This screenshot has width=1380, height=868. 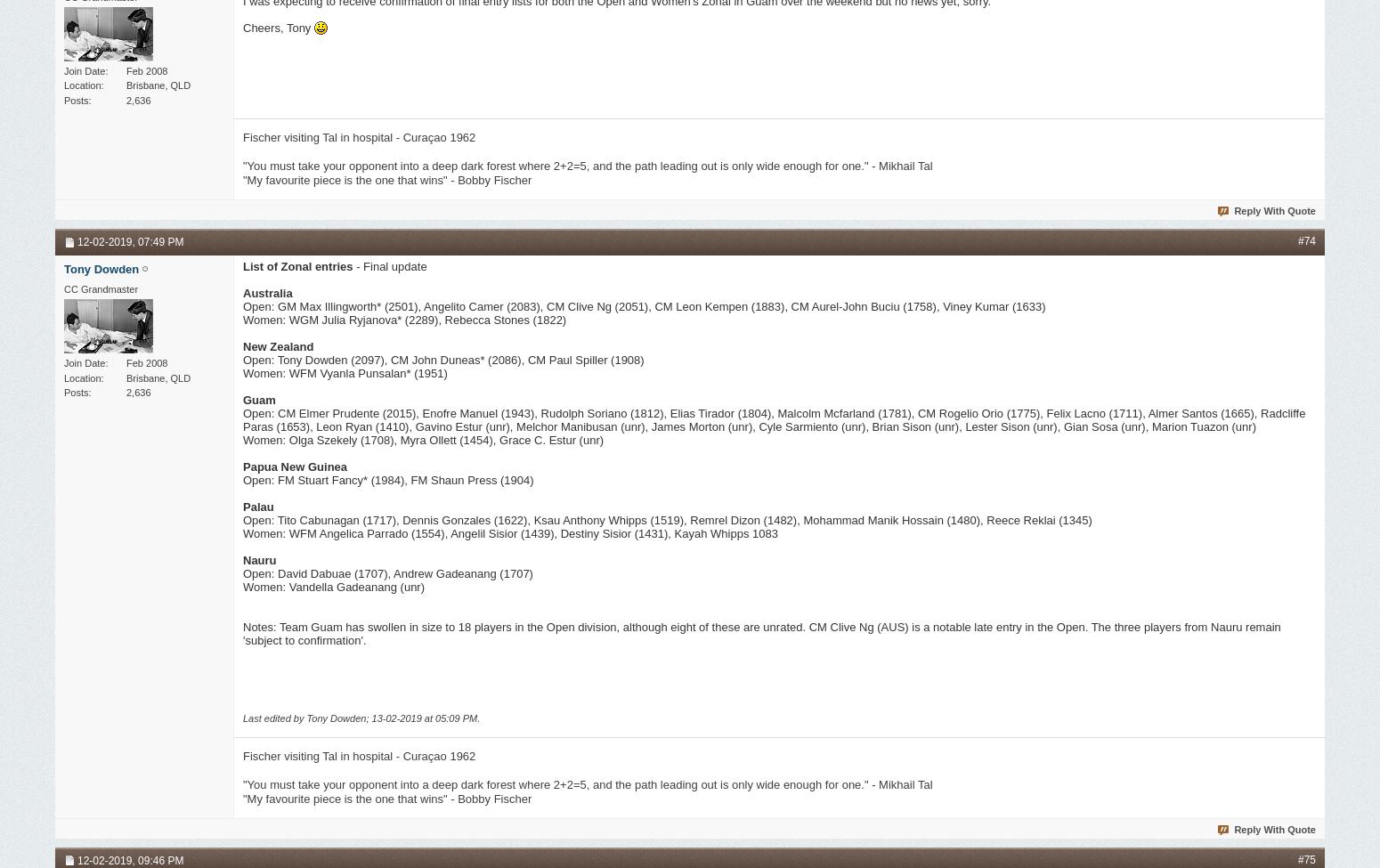 What do you see at coordinates (258, 506) in the screenshot?
I see `'Palau'` at bounding box center [258, 506].